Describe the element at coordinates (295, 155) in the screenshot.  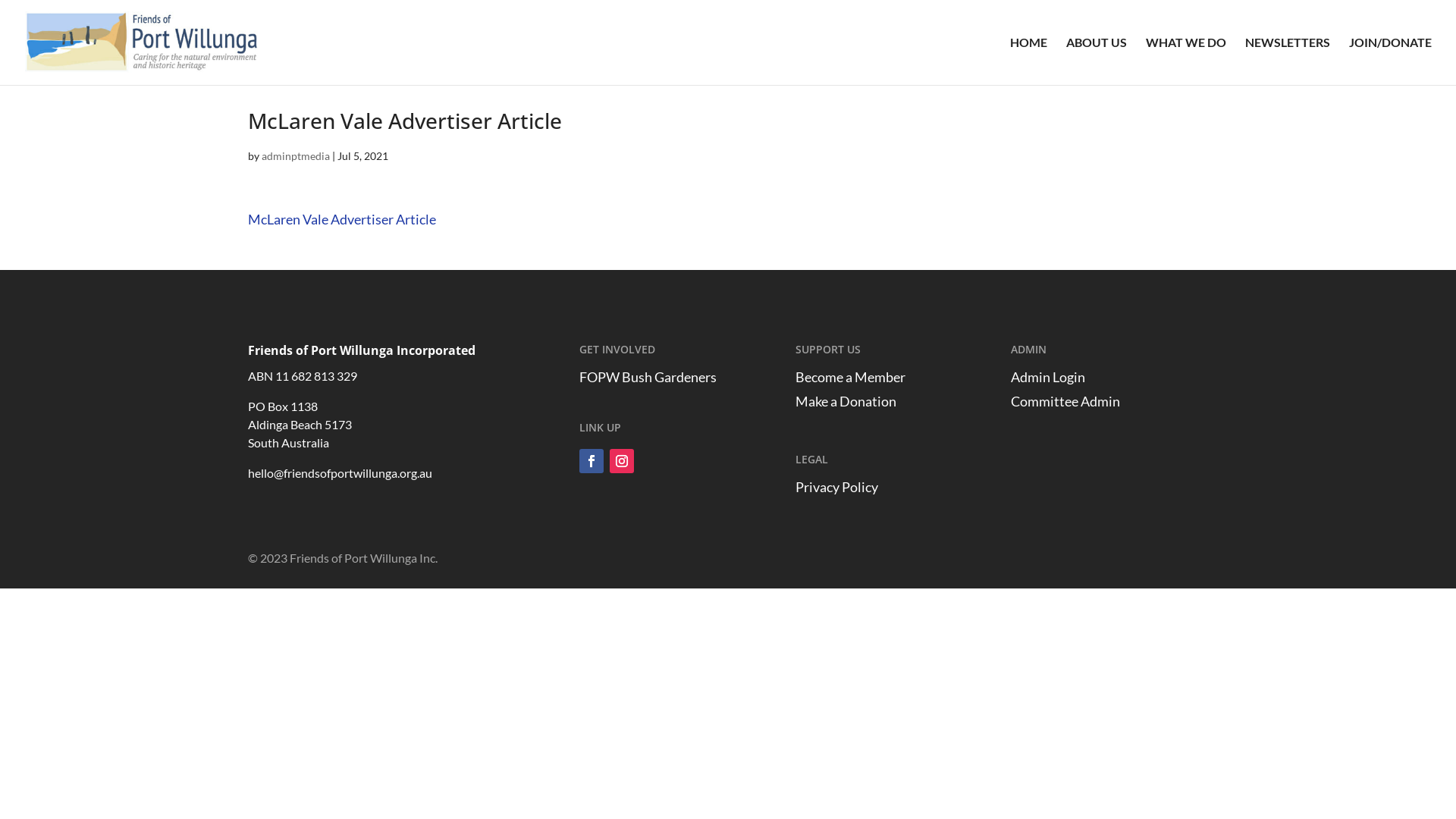
I see `'adminptmedia'` at that location.